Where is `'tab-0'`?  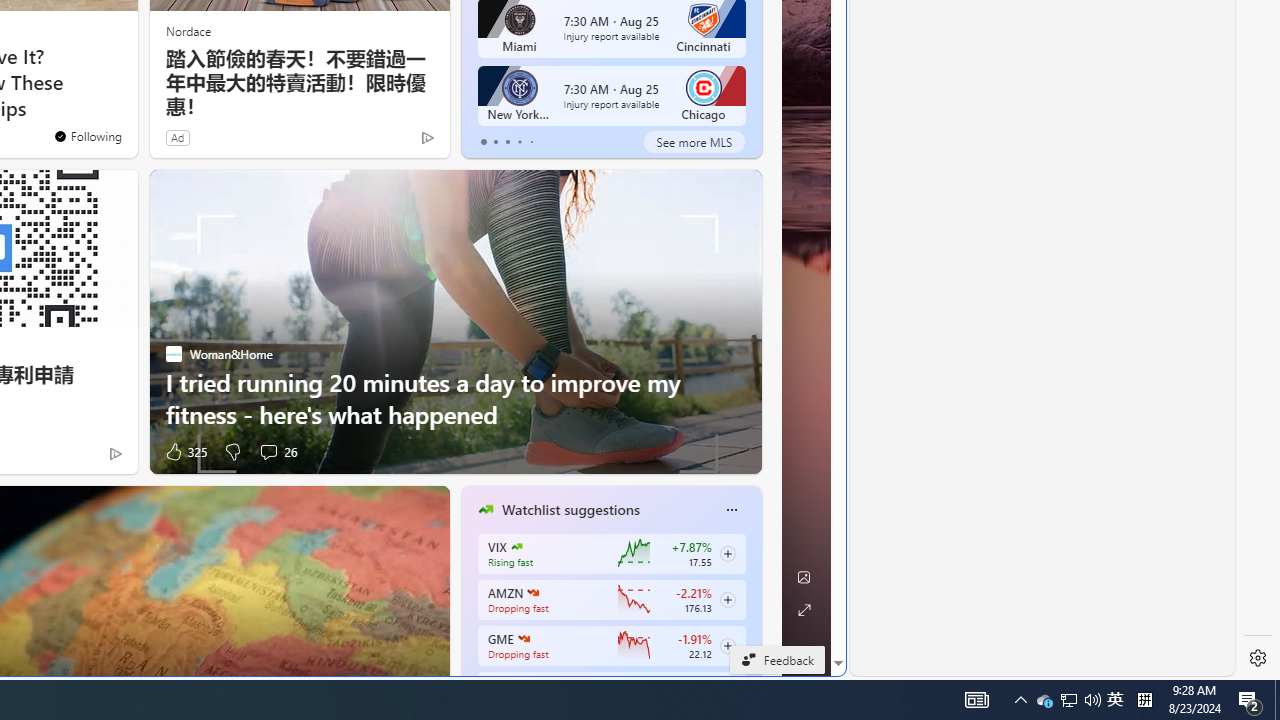 'tab-0' is located at coordinates (483, 141).